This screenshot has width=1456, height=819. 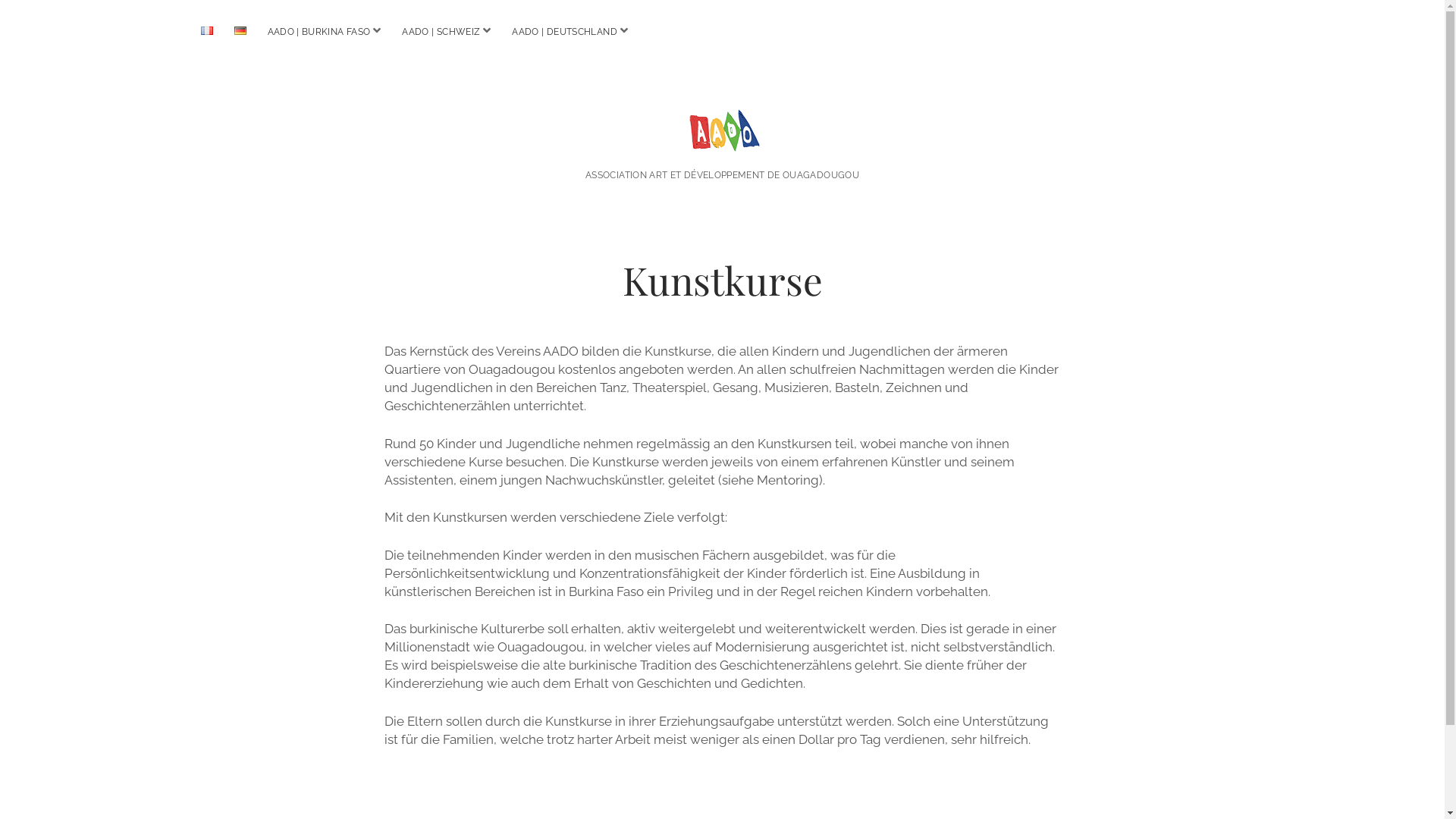 I want to click on 'AADO | BURKINA FASO', so click(x=258, y=32).